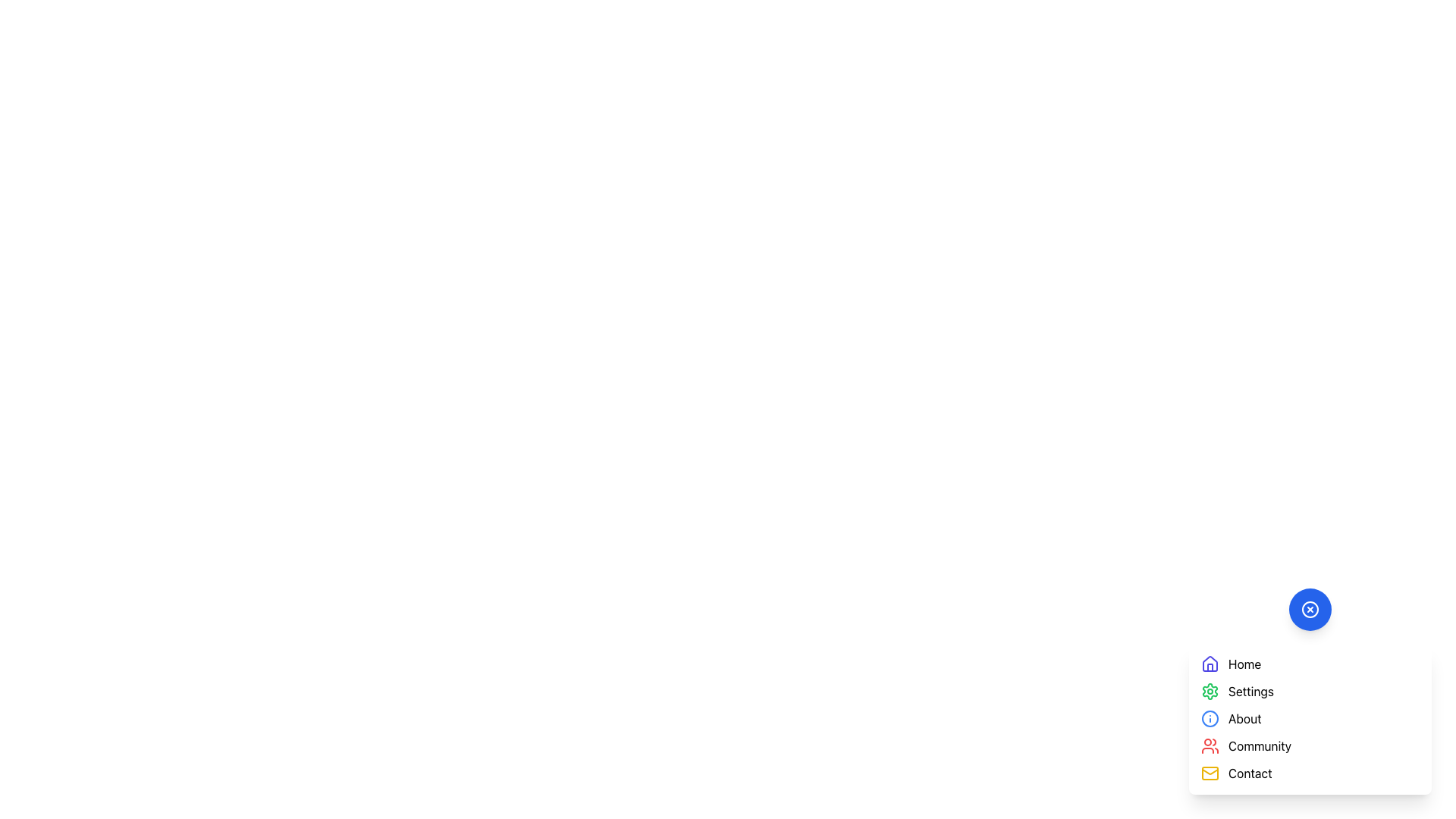  I want to click on the gear icon representing the 'Settings' menu item, so click(1210, 691).